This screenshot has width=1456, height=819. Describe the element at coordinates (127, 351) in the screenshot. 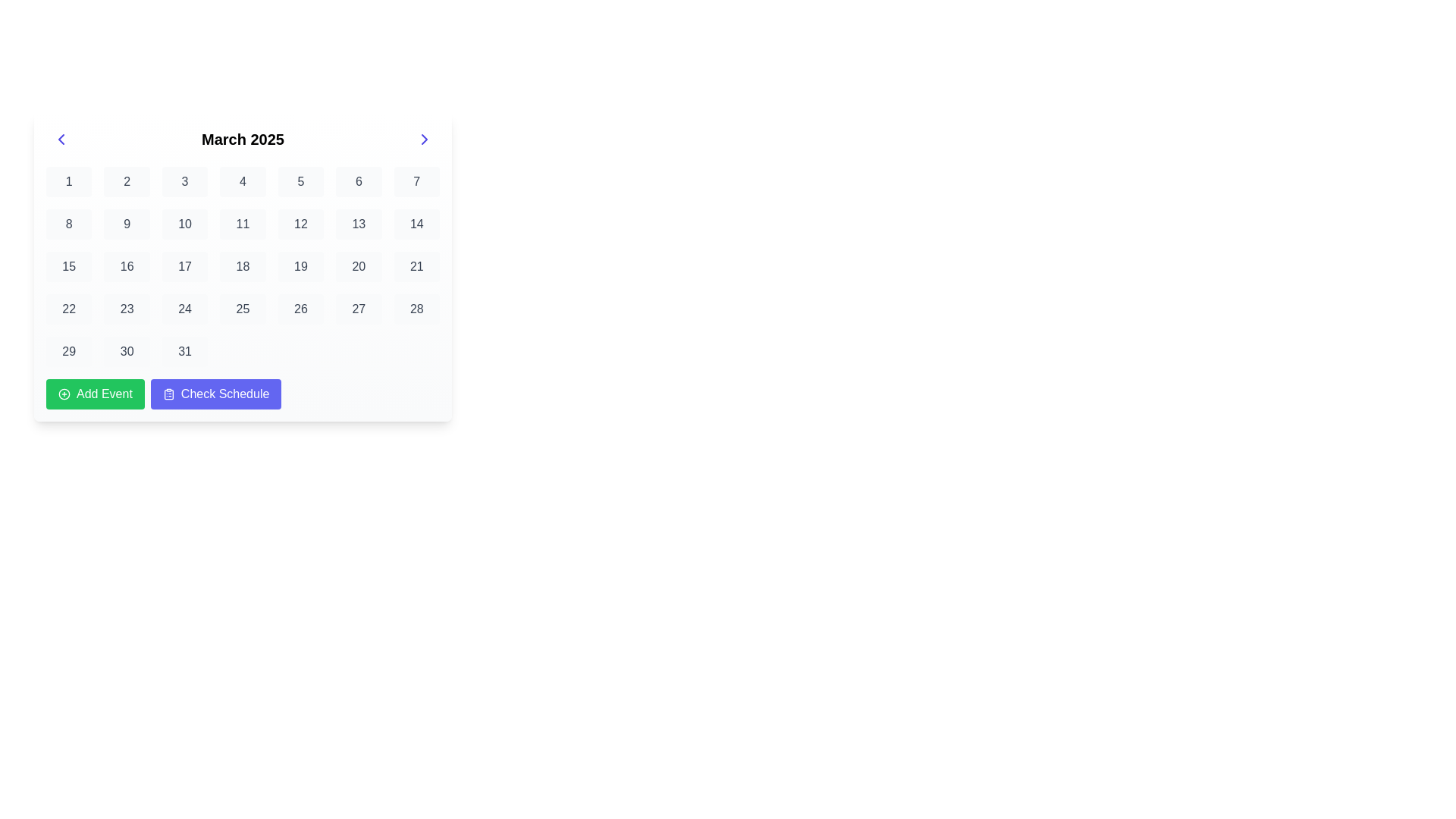

I see `the Text button representing the 30th day in the calendar` at that location.